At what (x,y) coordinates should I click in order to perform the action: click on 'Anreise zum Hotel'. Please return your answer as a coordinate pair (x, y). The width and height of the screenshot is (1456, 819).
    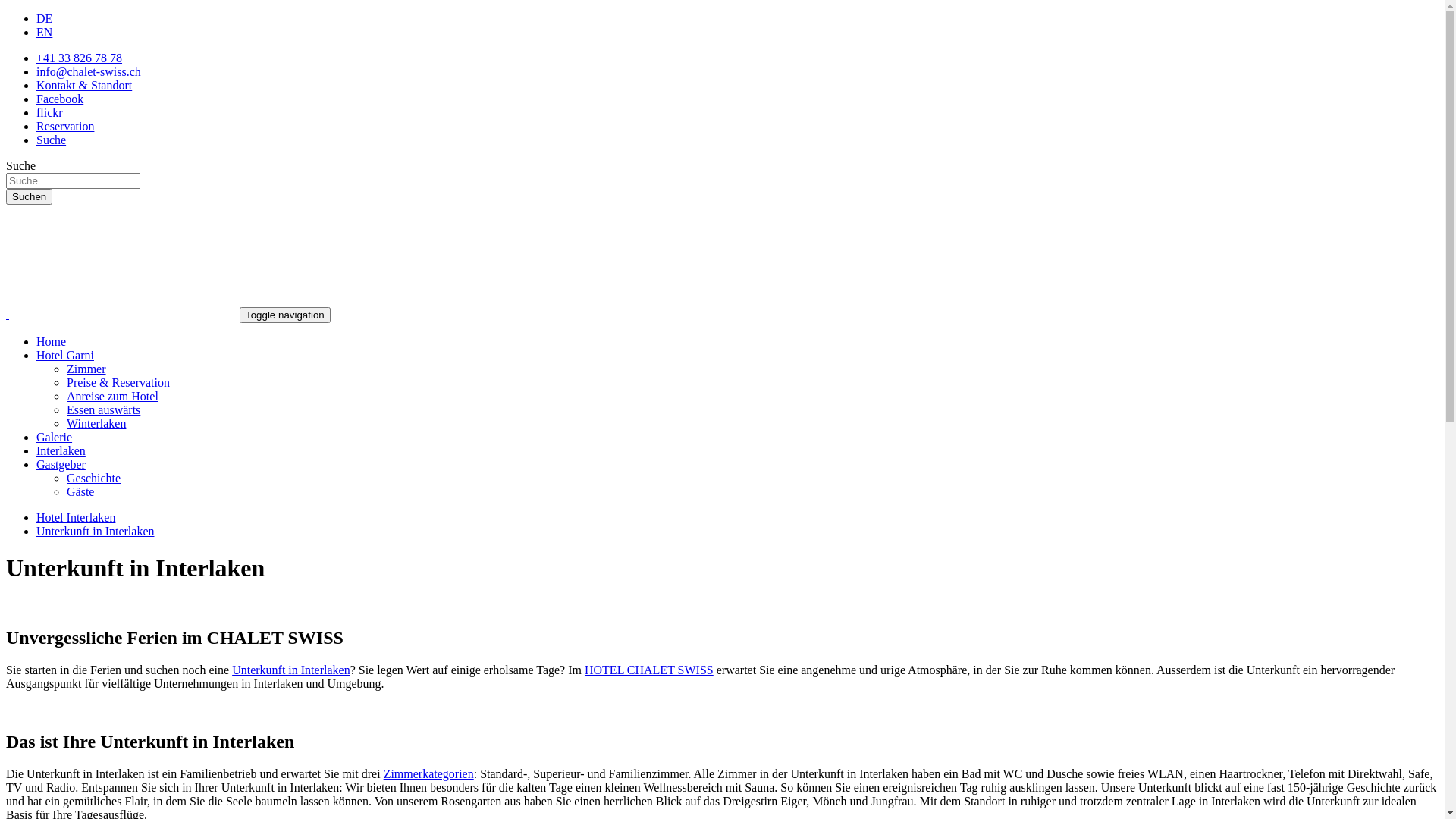
    Looking at the image, I should click on (111, 395).